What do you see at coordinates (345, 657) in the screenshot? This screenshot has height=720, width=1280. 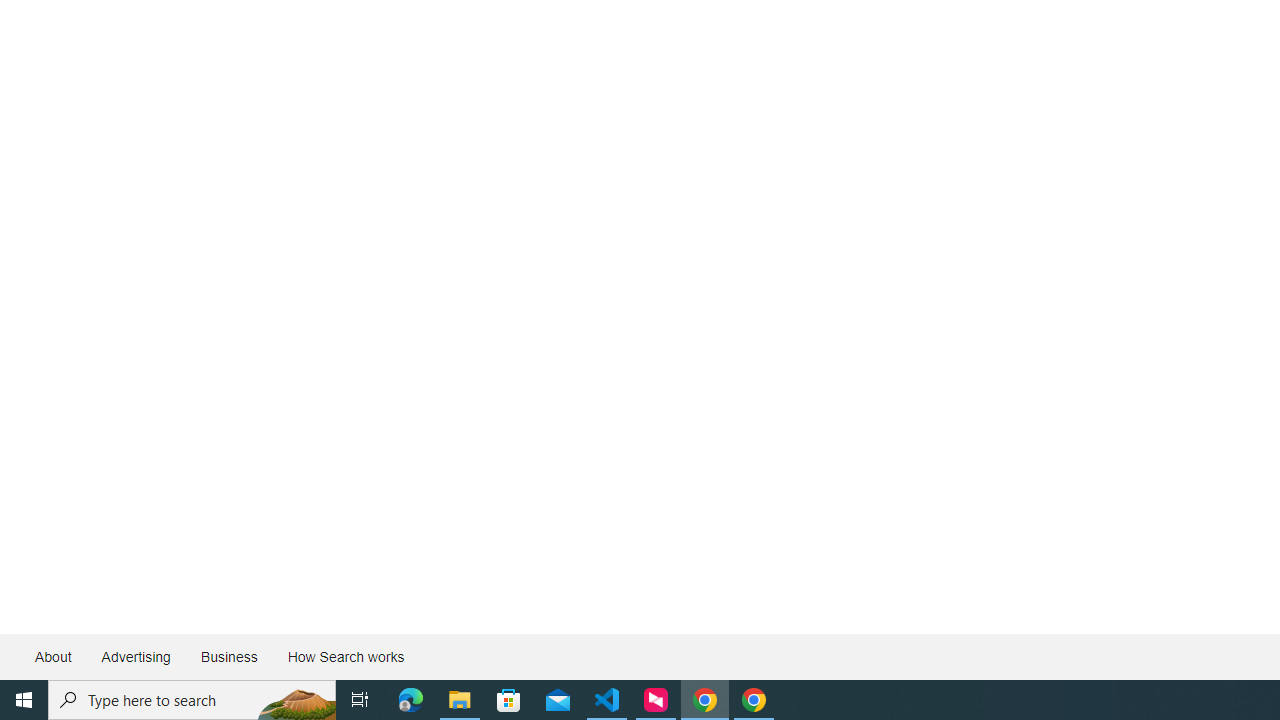 I see `'How Search works'` at bounding box center [345, 657].